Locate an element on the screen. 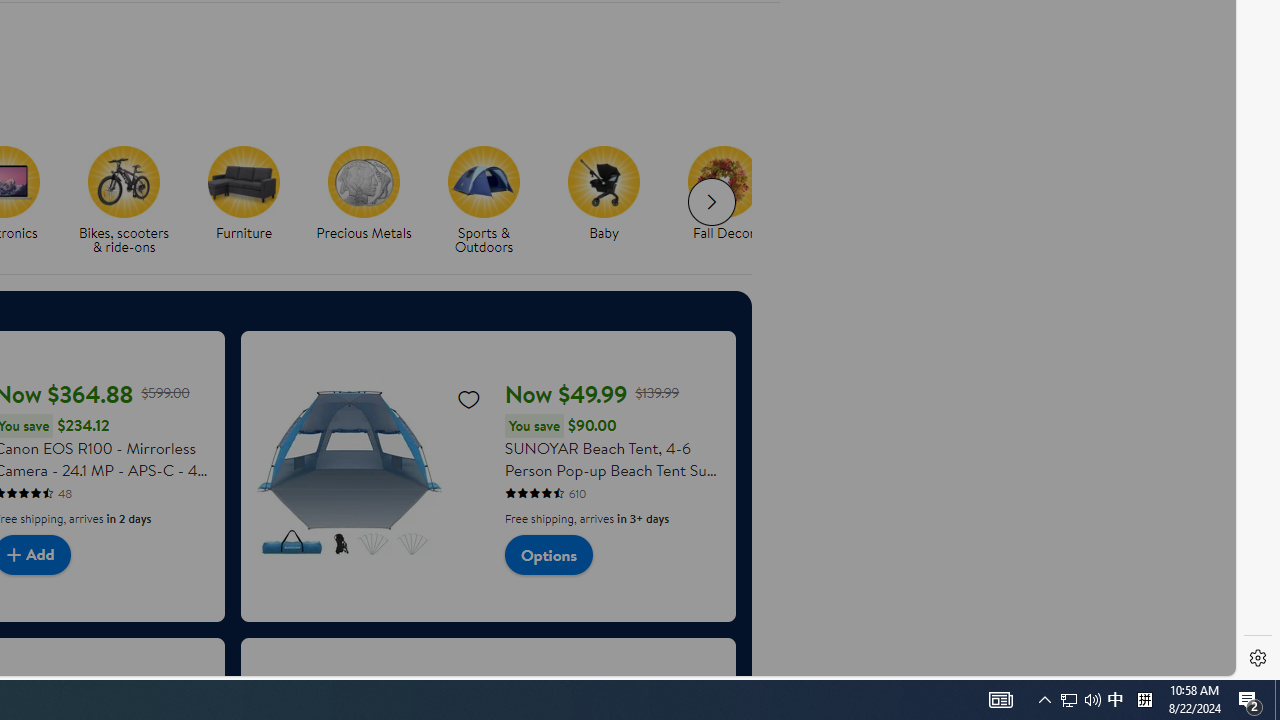 The width and height of the screenshot is (1280, 720). 'Bikes, scooters & ride-ons Bikes, scooters & ride-ons' is located at coordinates (123, 201).